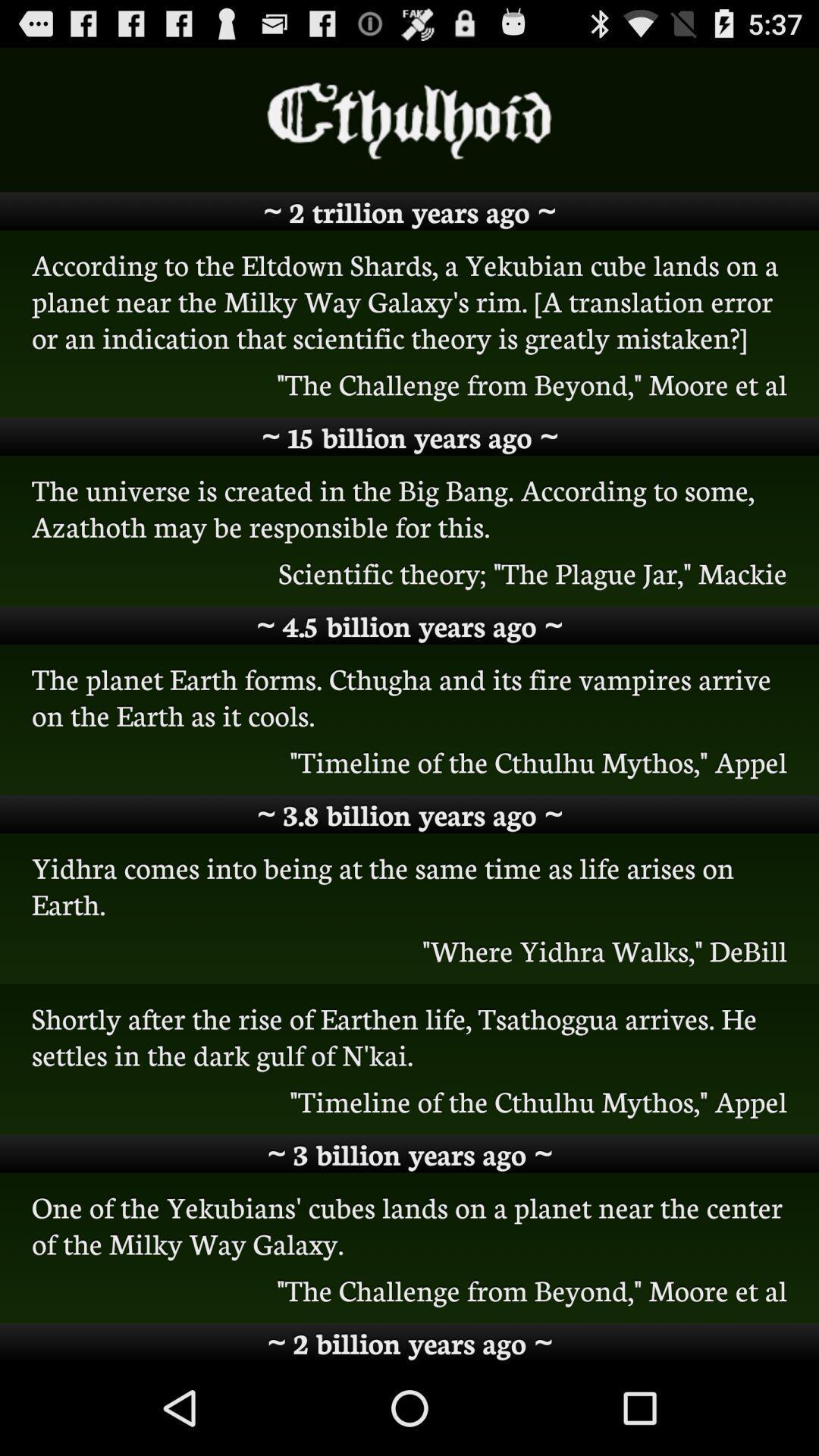  I want to click on the item above the planet earth icon, so click(409, 626).